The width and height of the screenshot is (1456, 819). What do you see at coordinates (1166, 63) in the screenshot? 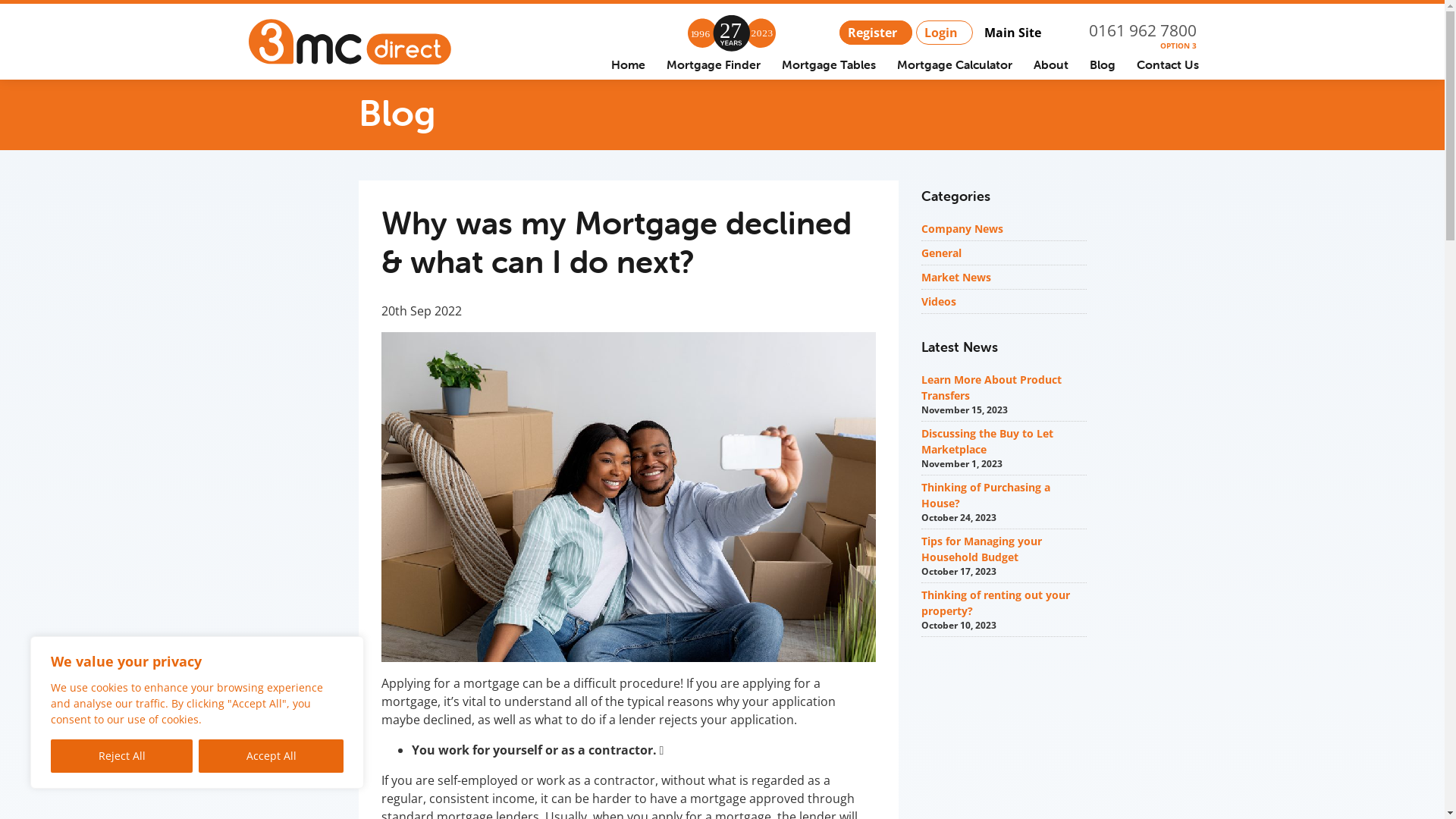
I see `'Contact Us'` at bounding box center [1166, 63].